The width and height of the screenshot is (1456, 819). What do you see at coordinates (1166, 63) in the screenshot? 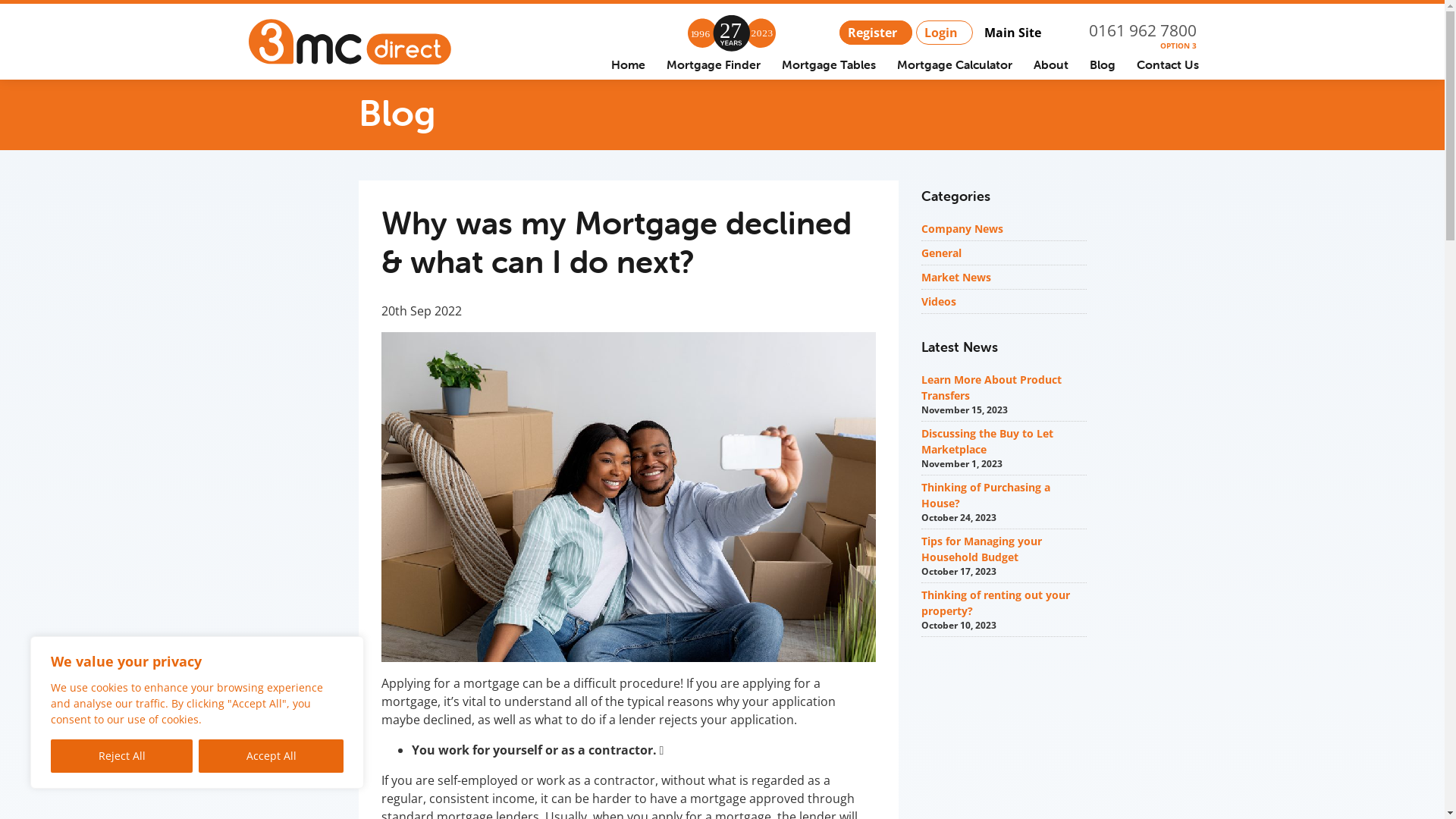
I see `'Contact Us'` at bounding box center [1166, 63].